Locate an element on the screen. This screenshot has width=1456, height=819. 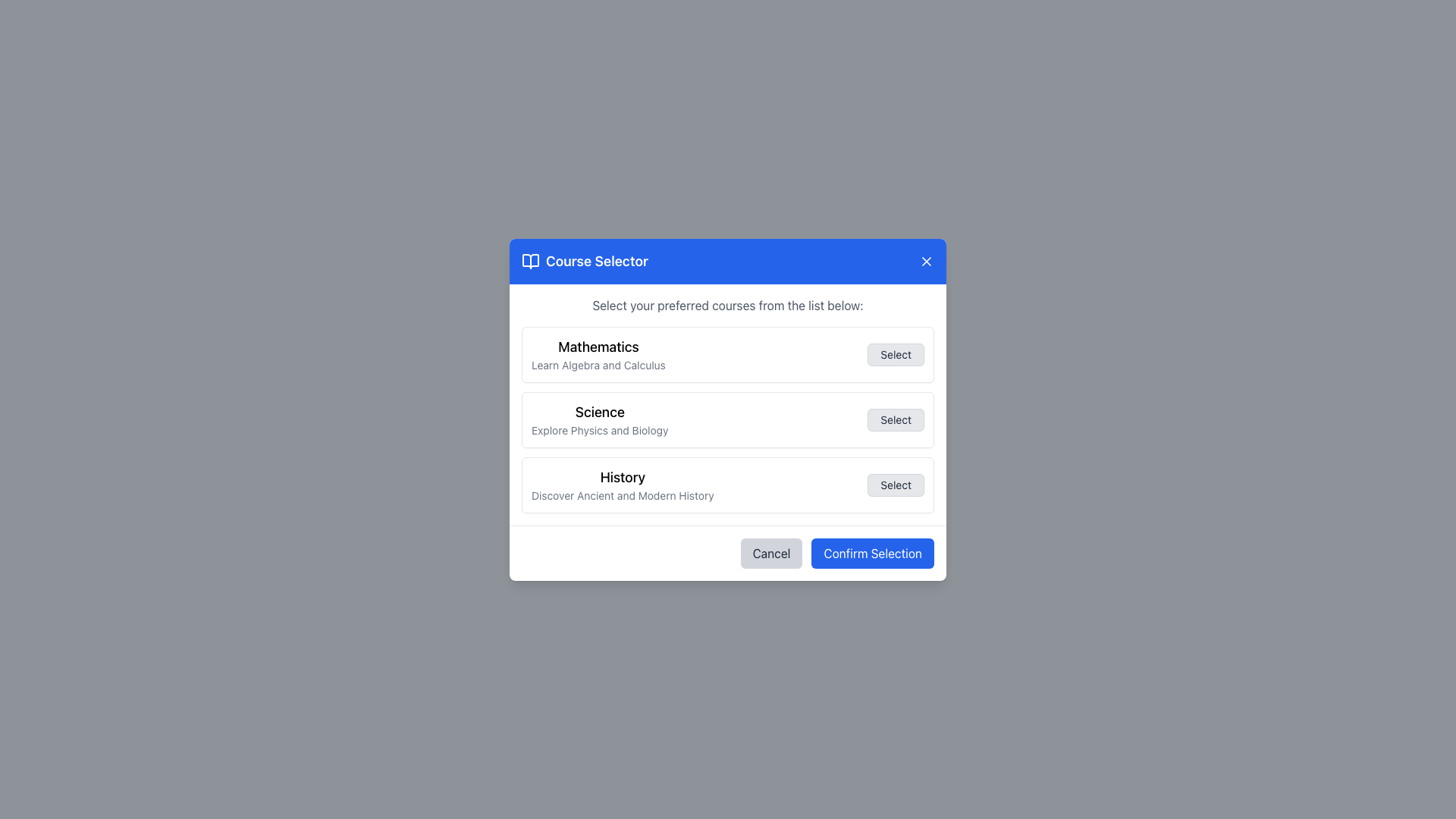
the text label providing a description for the 'History' course option located below the 'History' title in the course list is located at coordinates (623, 495).